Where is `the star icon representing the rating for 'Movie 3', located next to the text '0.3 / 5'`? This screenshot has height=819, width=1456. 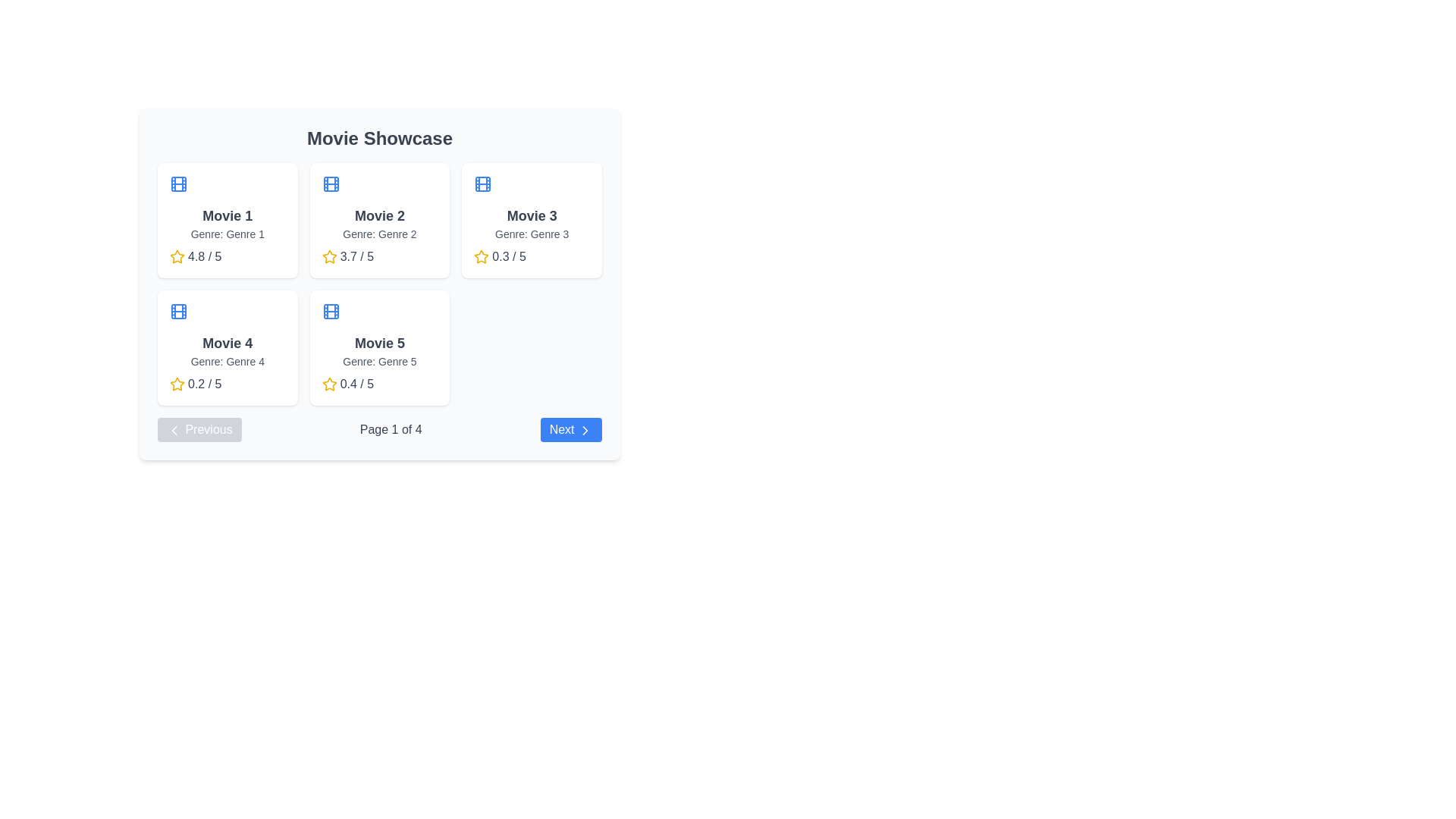
the star icon representing the rating for 'Movie 3', located next to the text '0.3 / 5' is located at coordinates (481, 256).